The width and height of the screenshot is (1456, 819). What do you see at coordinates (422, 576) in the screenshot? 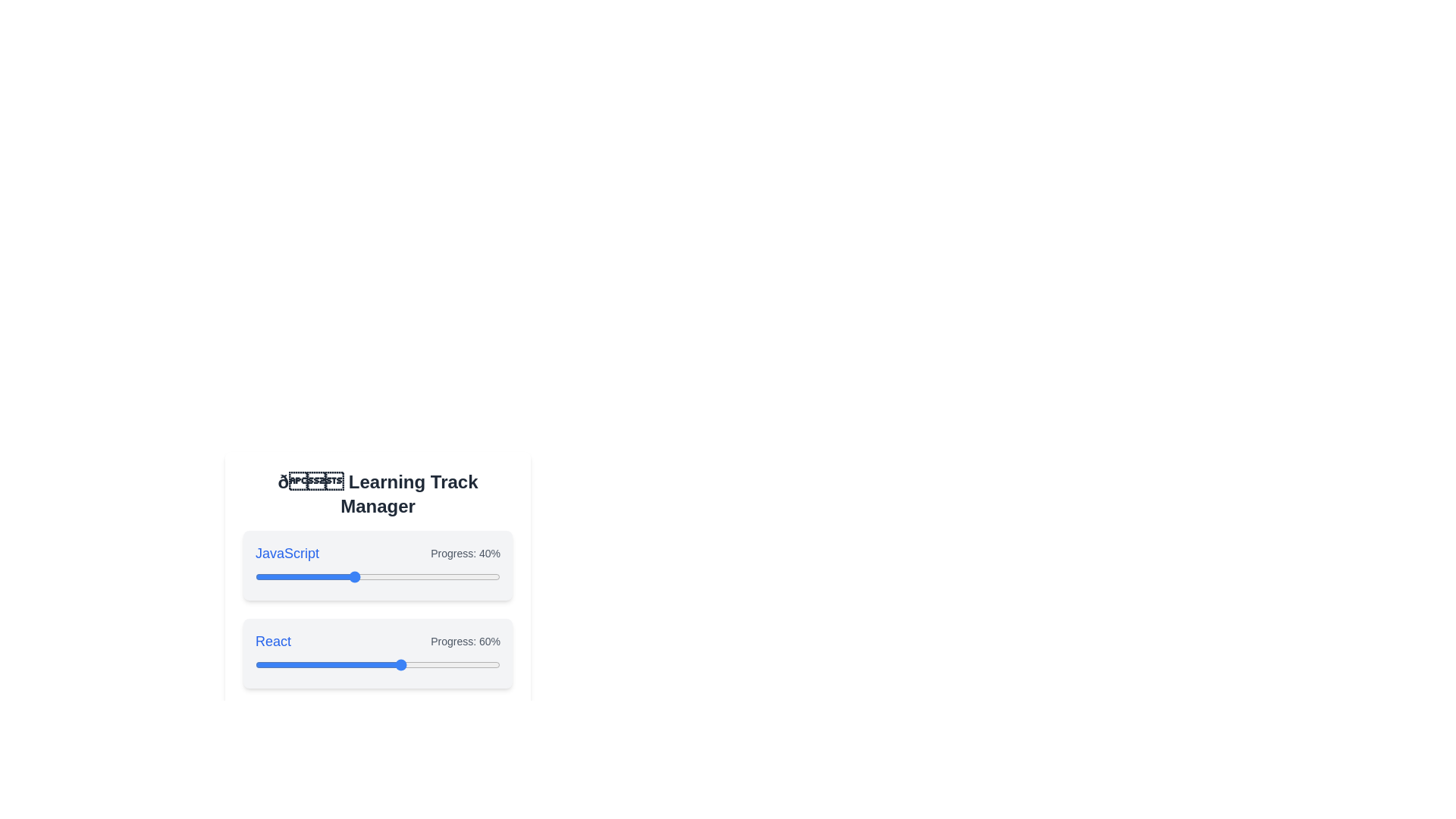
I see `the JavaScript progress` at bounding box center [422, 576].